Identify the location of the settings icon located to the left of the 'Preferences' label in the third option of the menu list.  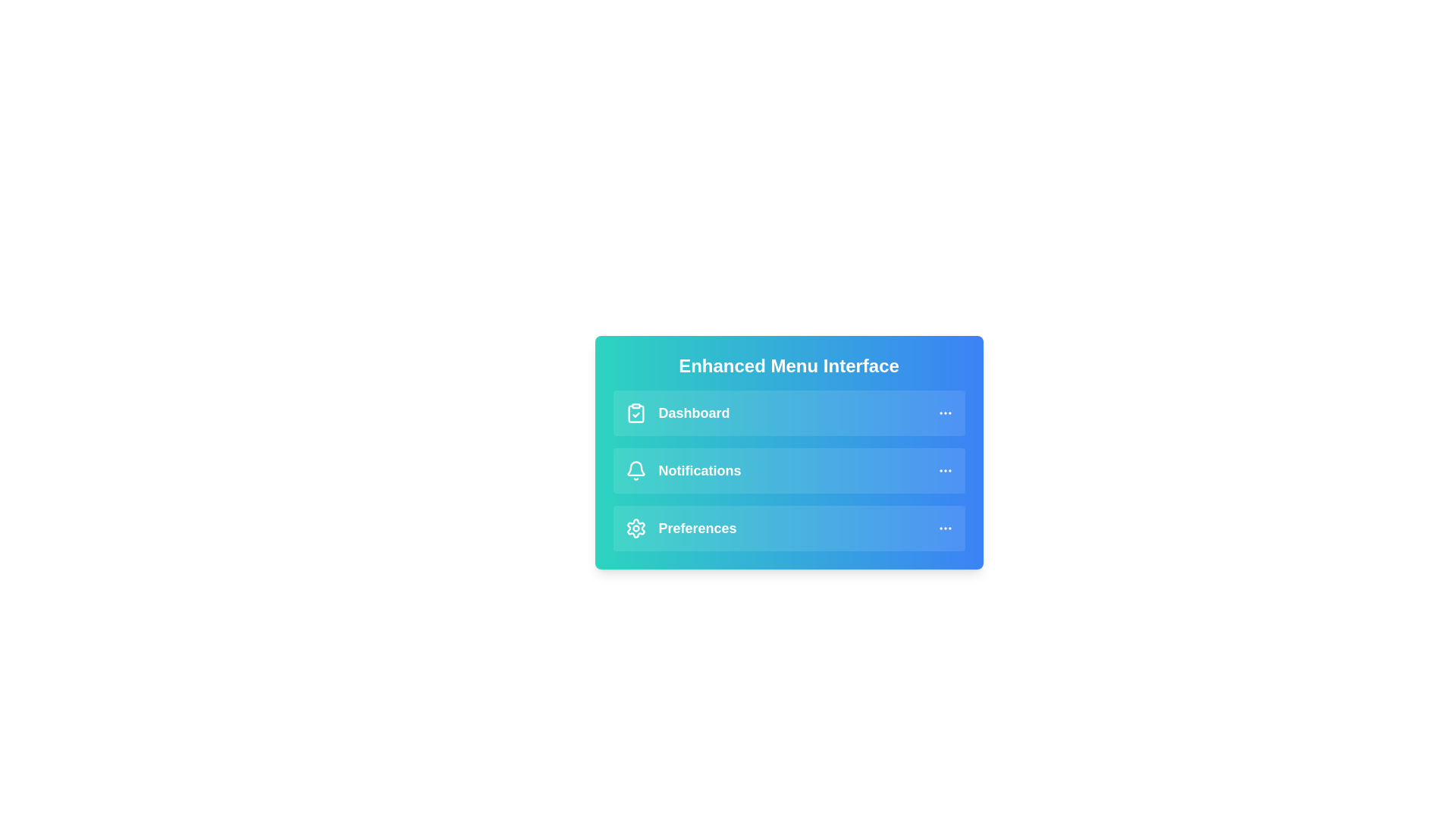
(635, 528).